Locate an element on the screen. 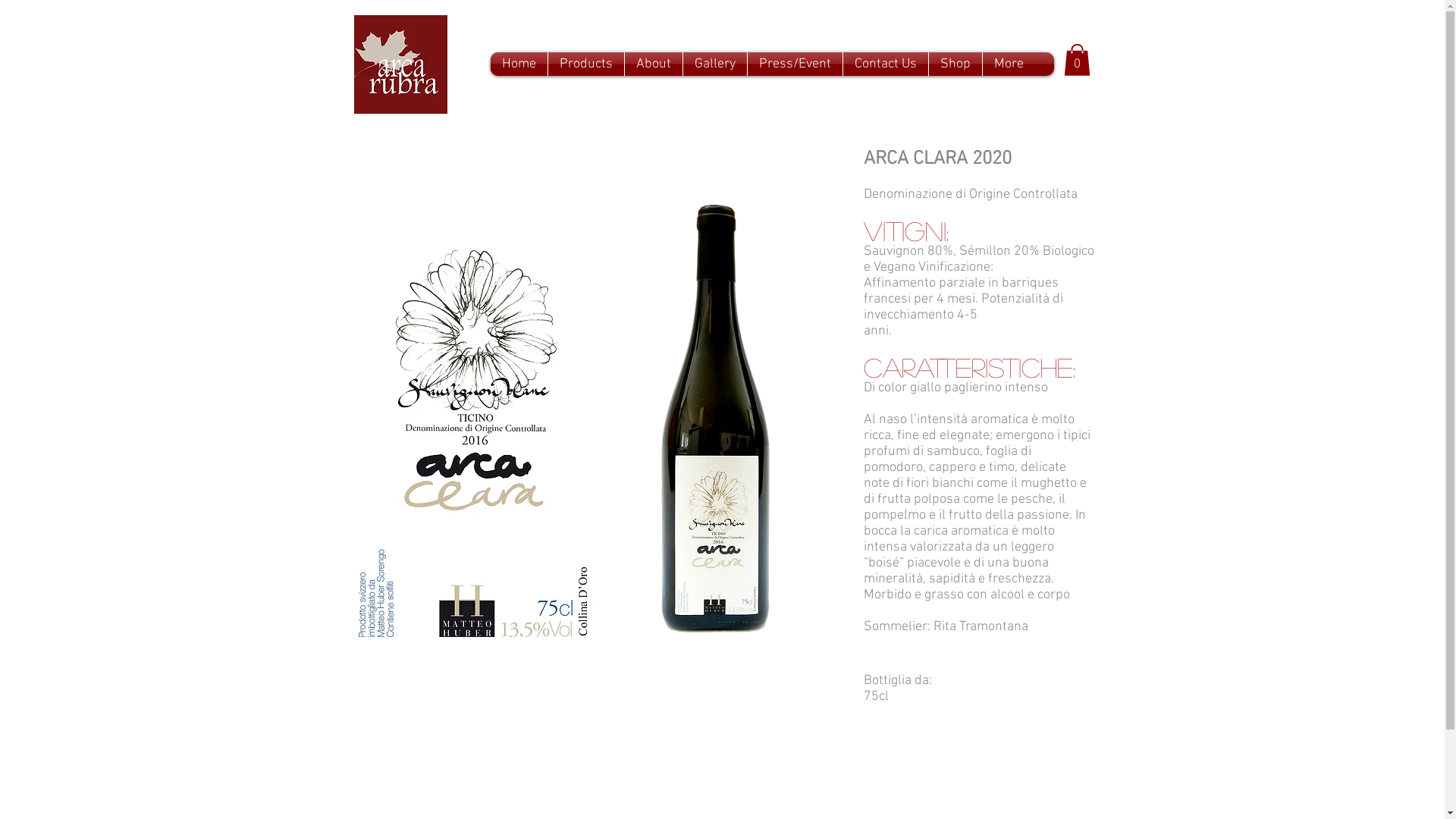 The width and height of the screenshot is (1456, 819). 'Home' is located at coordinates (518, 63).